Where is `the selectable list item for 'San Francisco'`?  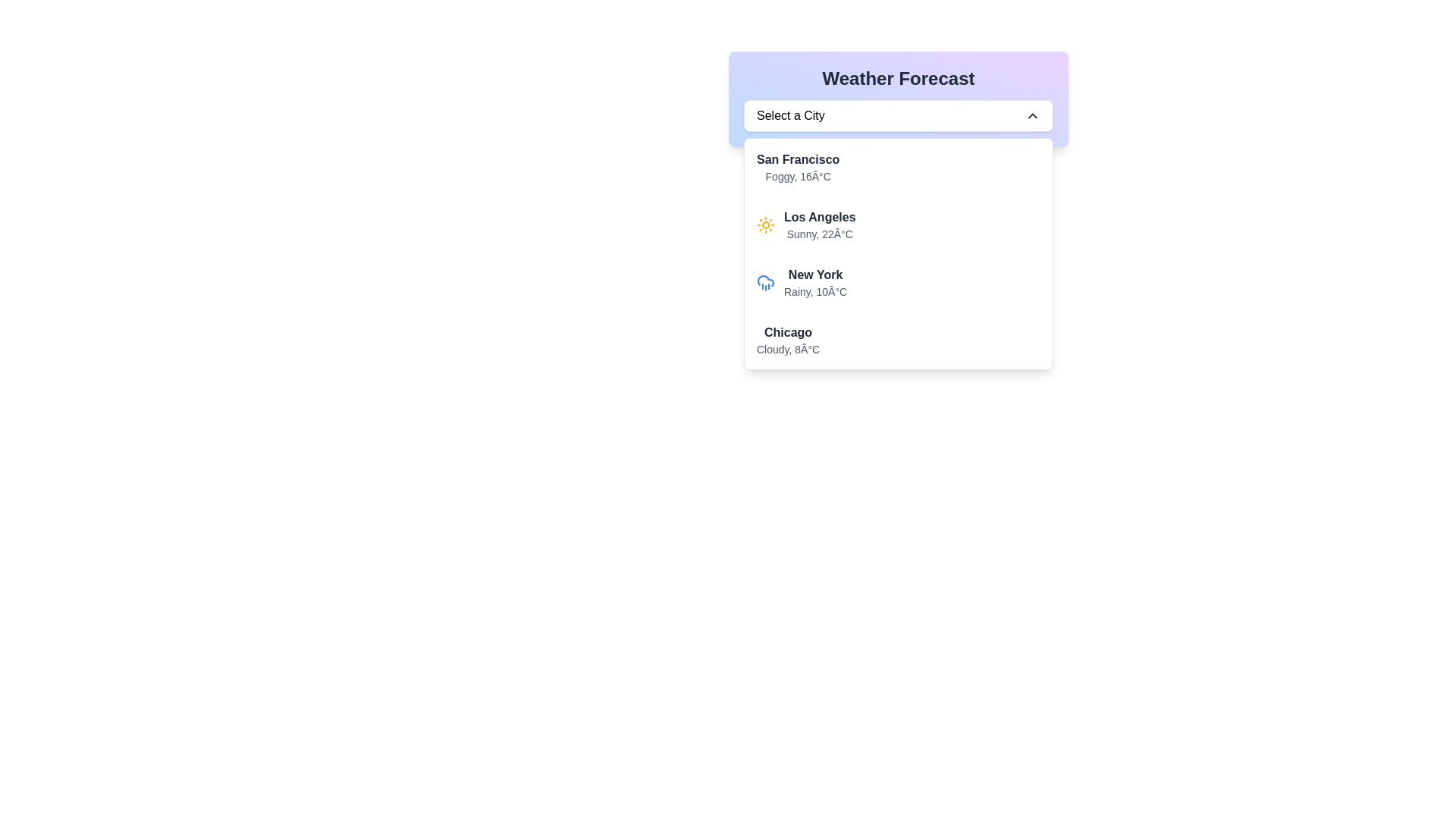
the selectable list item for 'San Francisco' is located at coordinates (899, 167).